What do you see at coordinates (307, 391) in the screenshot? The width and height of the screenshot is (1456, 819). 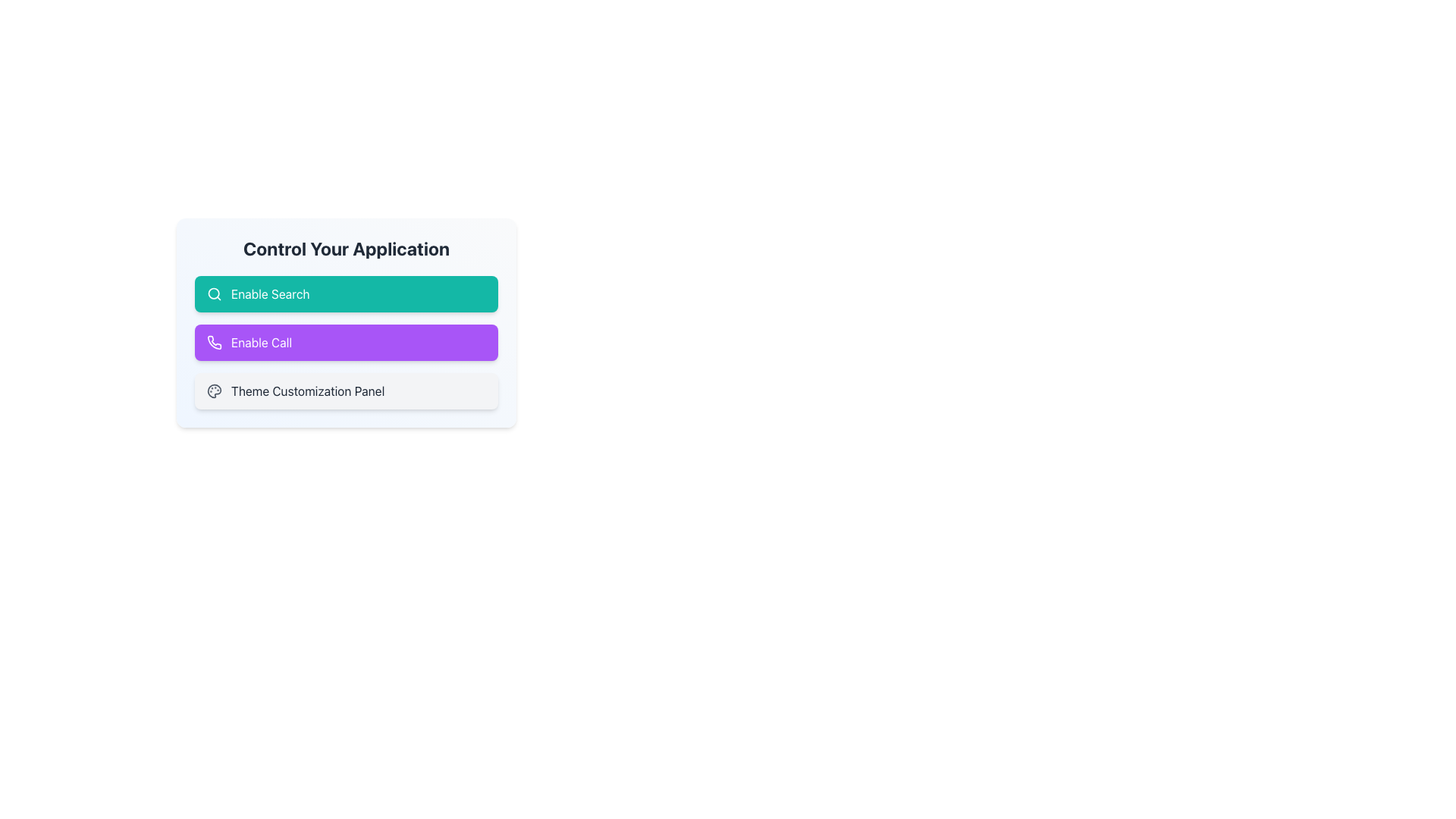 I see `the text label that describes the associated clickable area for accessing the Theme Customization Panel, located beneath the 'Enable Call' button` at bounding box center [307, 391].